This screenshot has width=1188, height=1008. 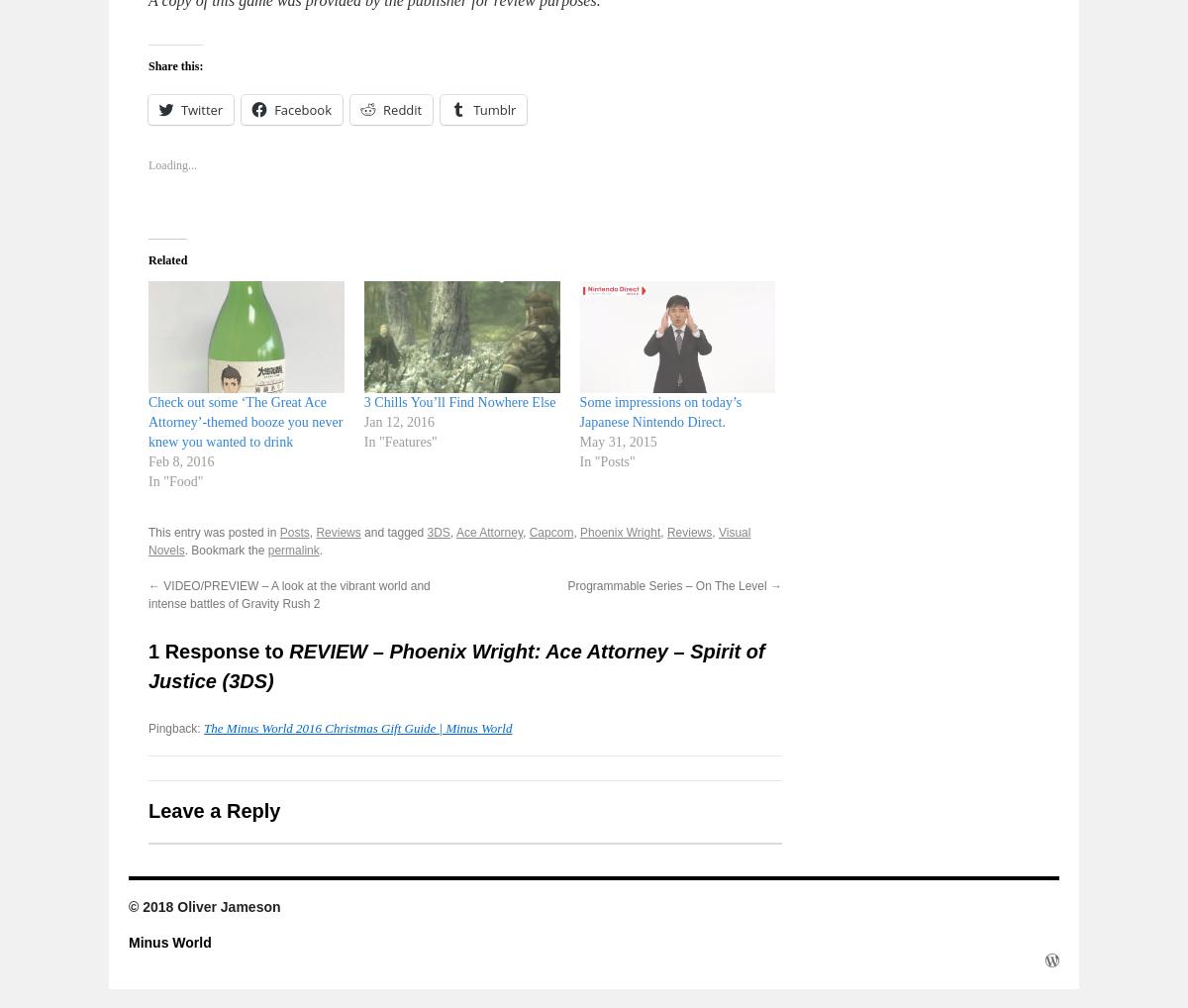 I want to click on 'This entry was posted in', so click(x=213, y=532).